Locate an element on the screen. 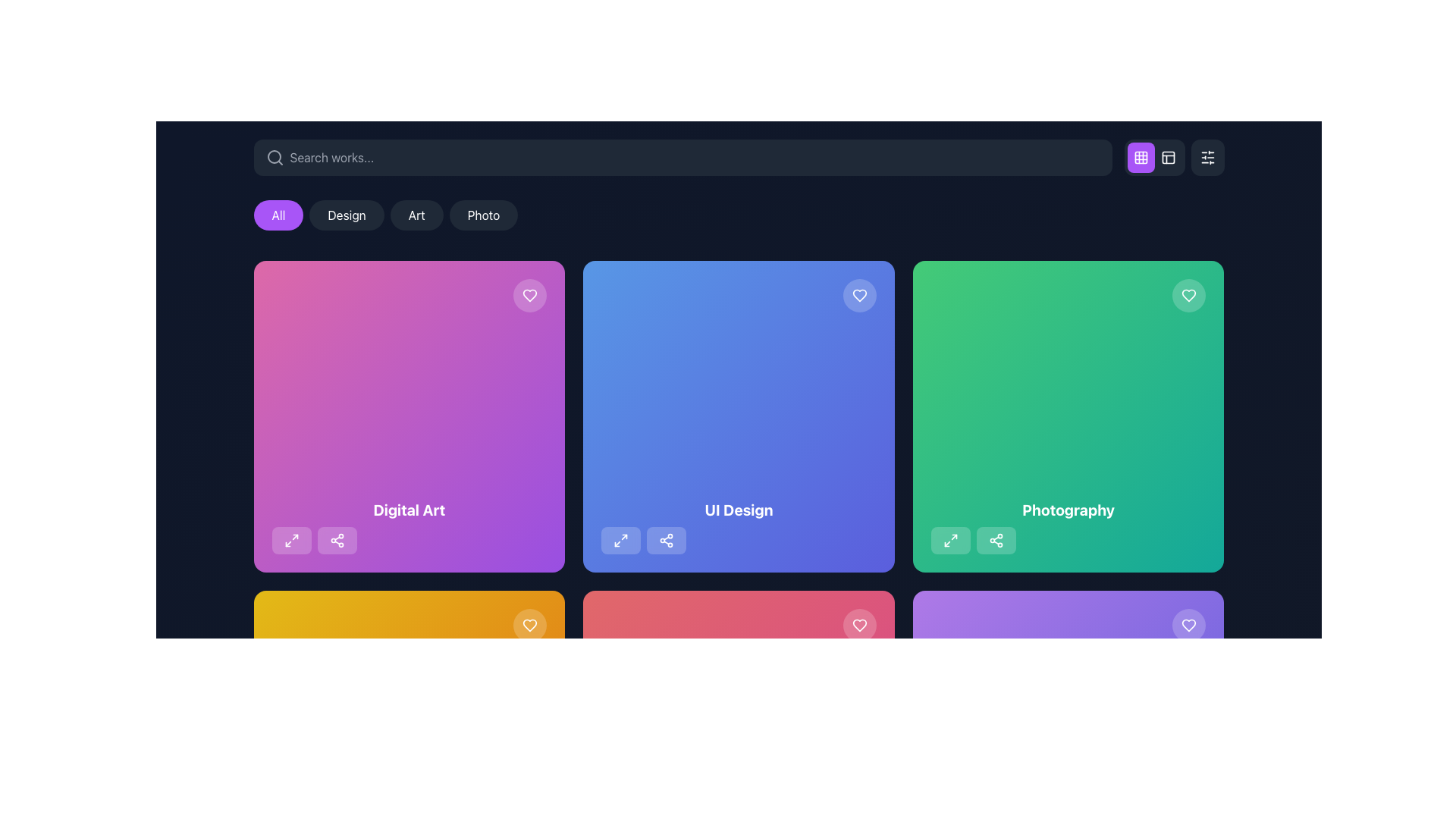 This screenshot has width=1456, height=819. the decorative rectangular shape with rounded corners located in the upper-right corner of the application interface is located at coordinates (1167, 158).